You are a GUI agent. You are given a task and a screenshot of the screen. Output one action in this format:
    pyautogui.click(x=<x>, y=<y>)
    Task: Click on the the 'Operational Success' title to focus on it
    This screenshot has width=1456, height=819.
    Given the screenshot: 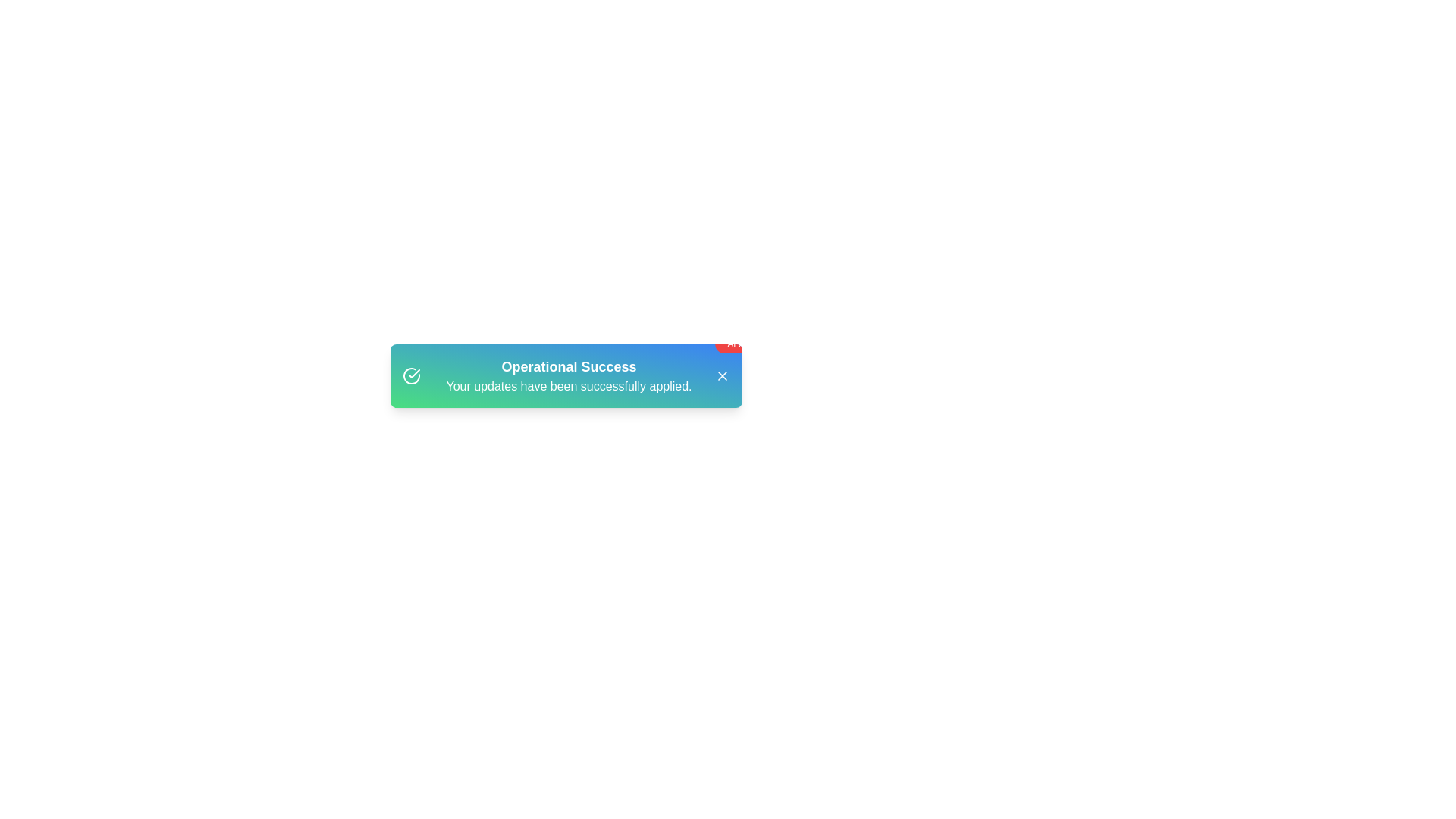 What is the action you would take?
    pyautogui.click(x=568, y=366)
    